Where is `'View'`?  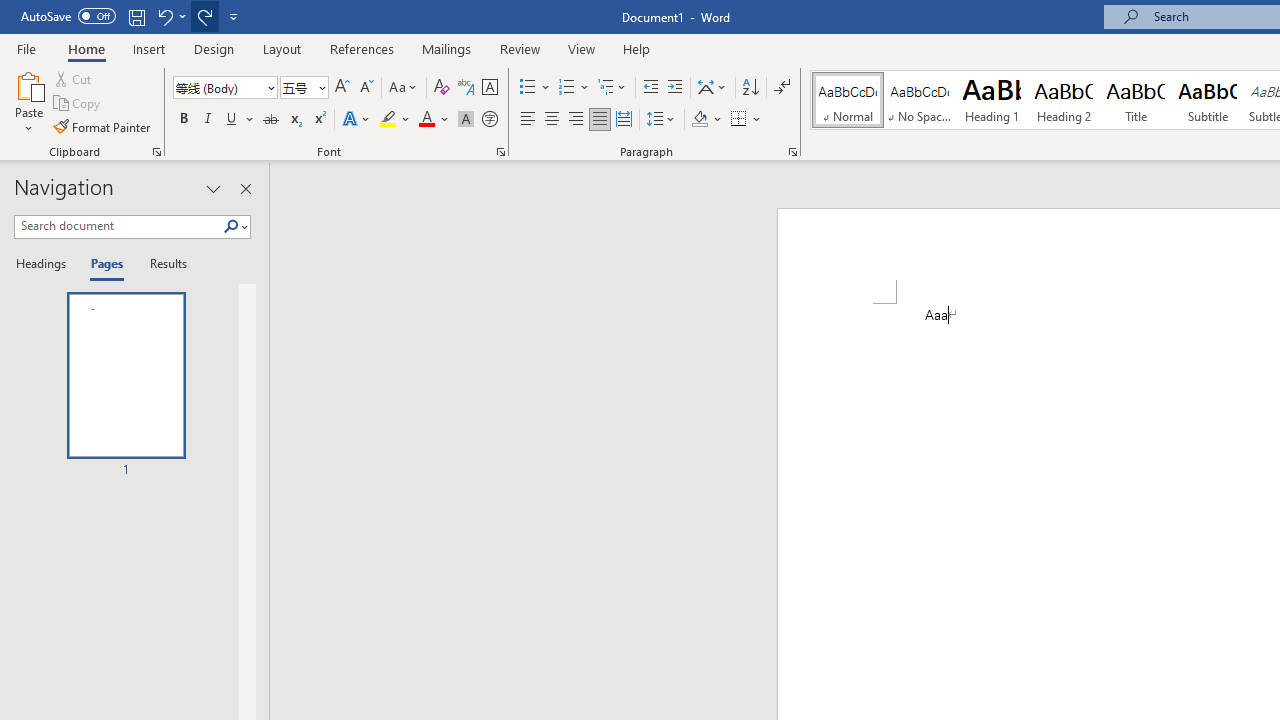
'View' is located at coordinates (581, 48).